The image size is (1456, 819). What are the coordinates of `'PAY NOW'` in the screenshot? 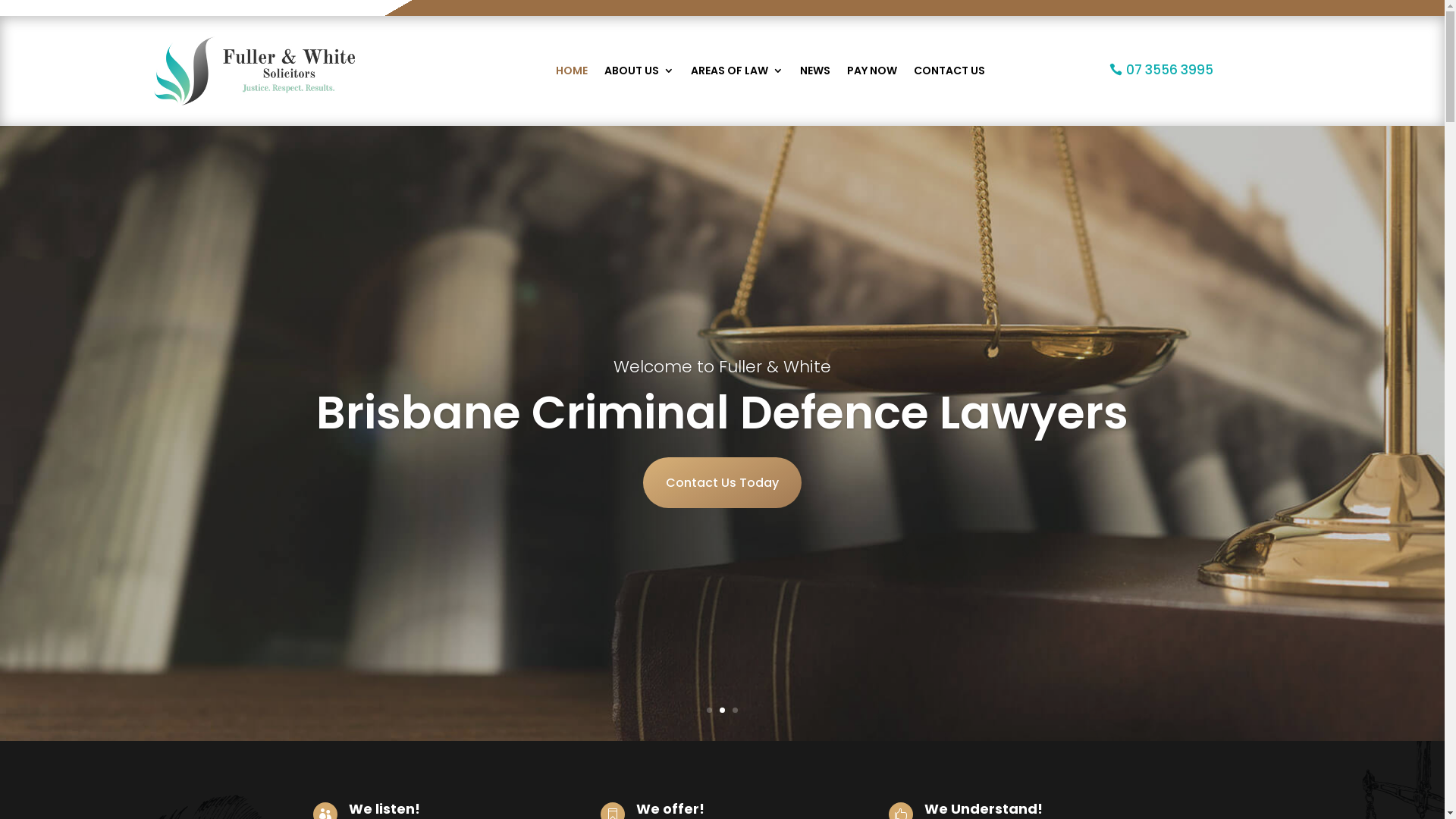 It's located at (871, 71).